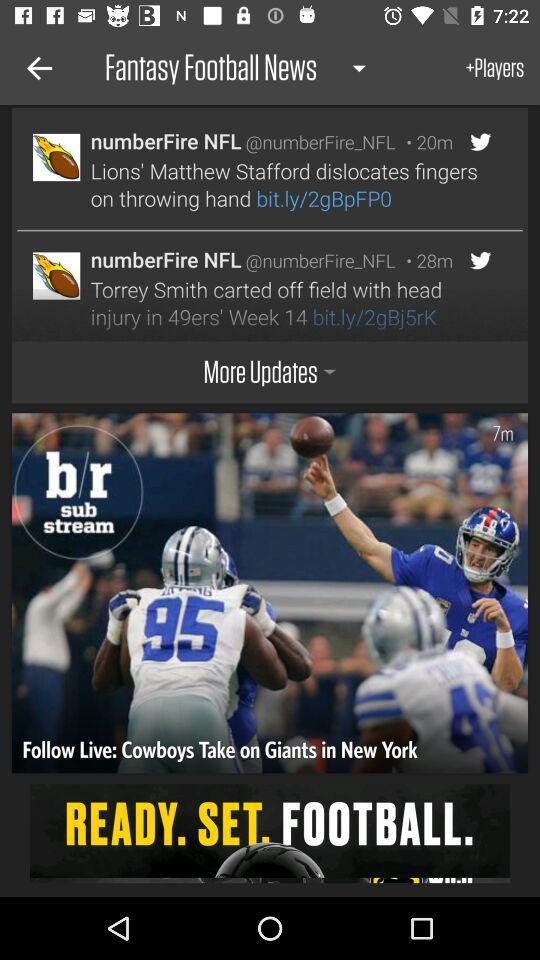 This screenshot has height=960, width=540. Describe the element at coordinates (287, 303) in the screenshot. I see `the icon below the numberfire nfl icon` at that location.